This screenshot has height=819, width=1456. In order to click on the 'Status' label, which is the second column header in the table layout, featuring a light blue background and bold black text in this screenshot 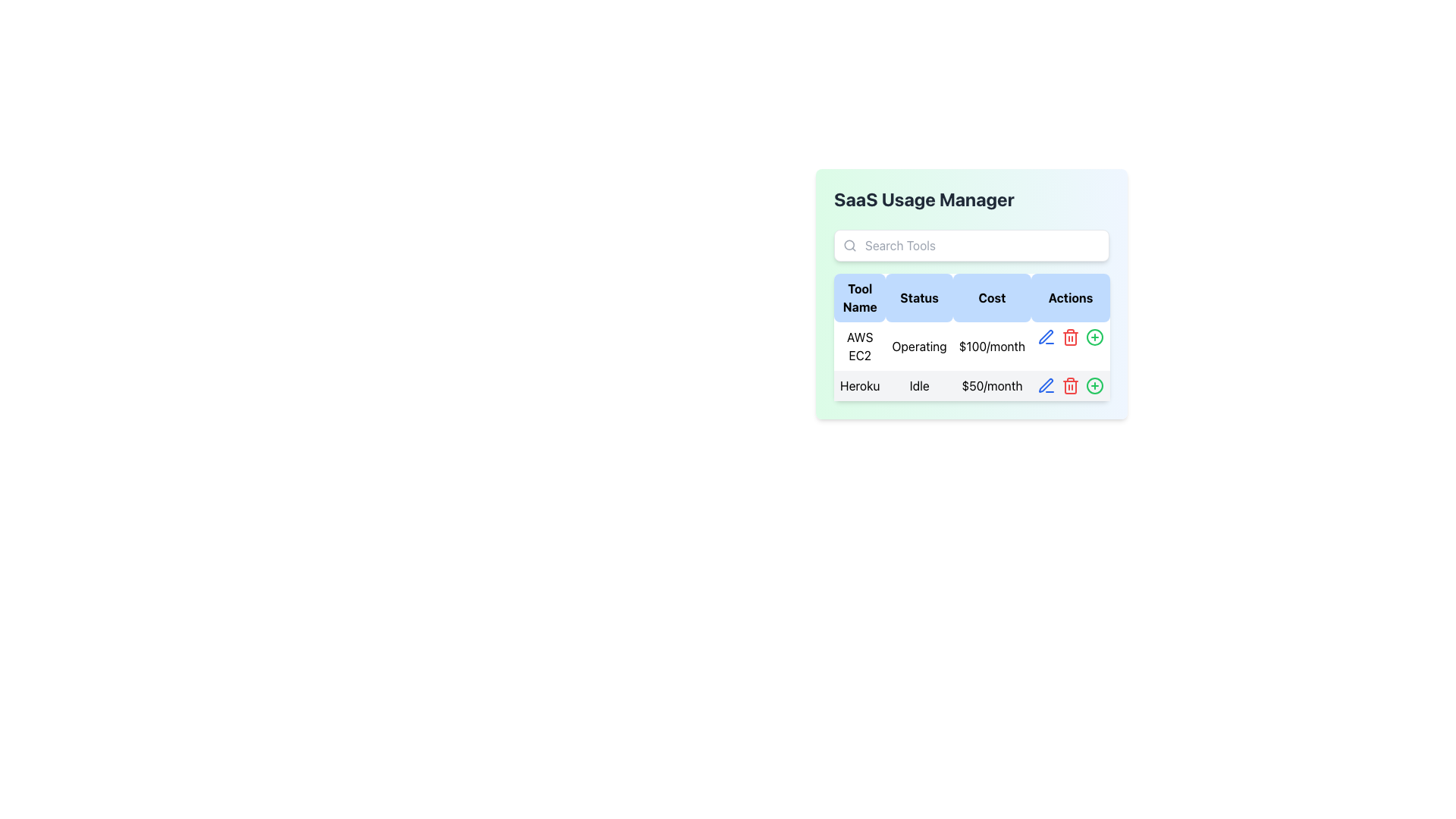, I will do `click(918, 298)`.